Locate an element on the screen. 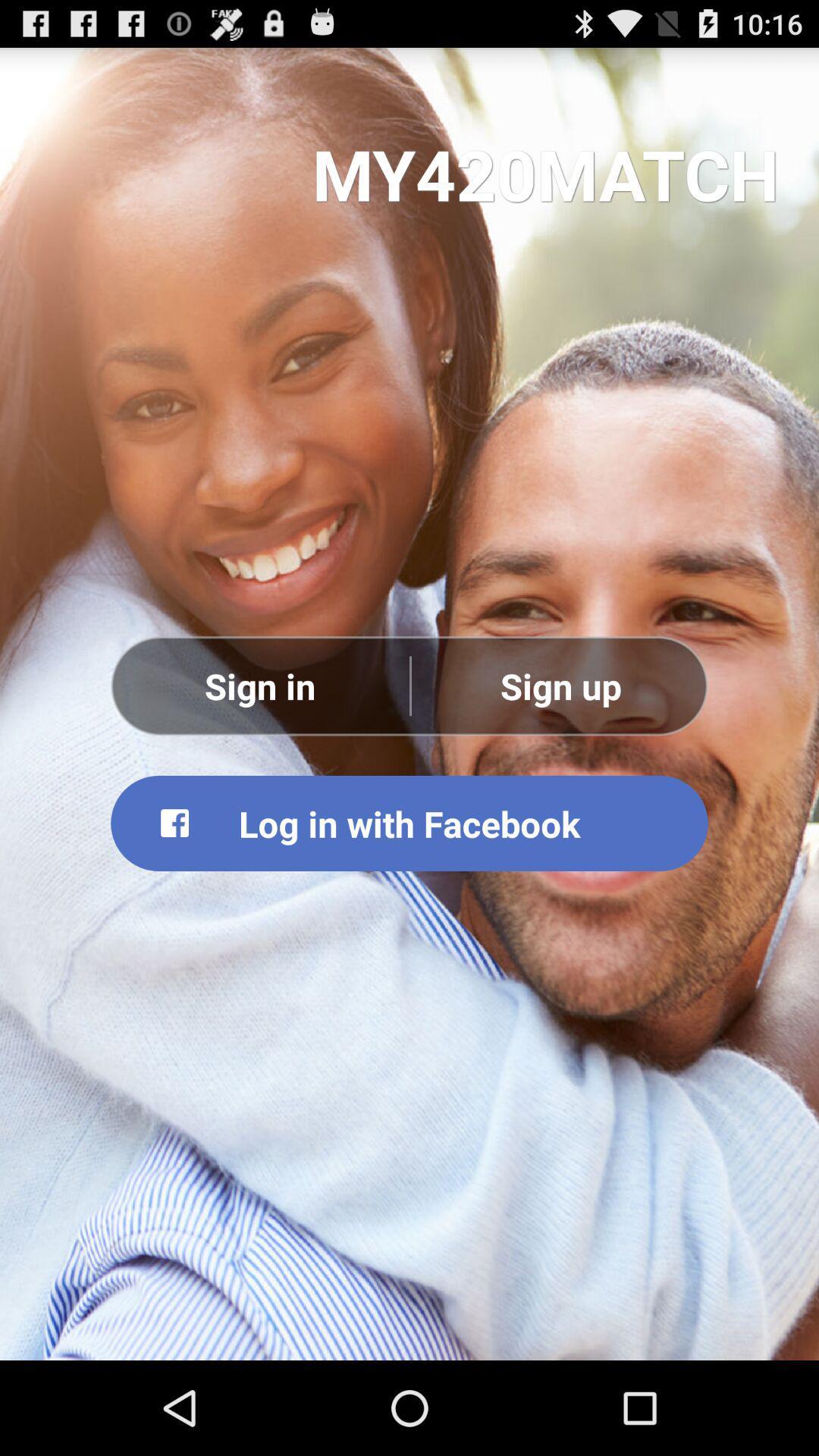 The width and height of the screenshot is (819, 1456). the item on the left is located at coordinates (259, 685).